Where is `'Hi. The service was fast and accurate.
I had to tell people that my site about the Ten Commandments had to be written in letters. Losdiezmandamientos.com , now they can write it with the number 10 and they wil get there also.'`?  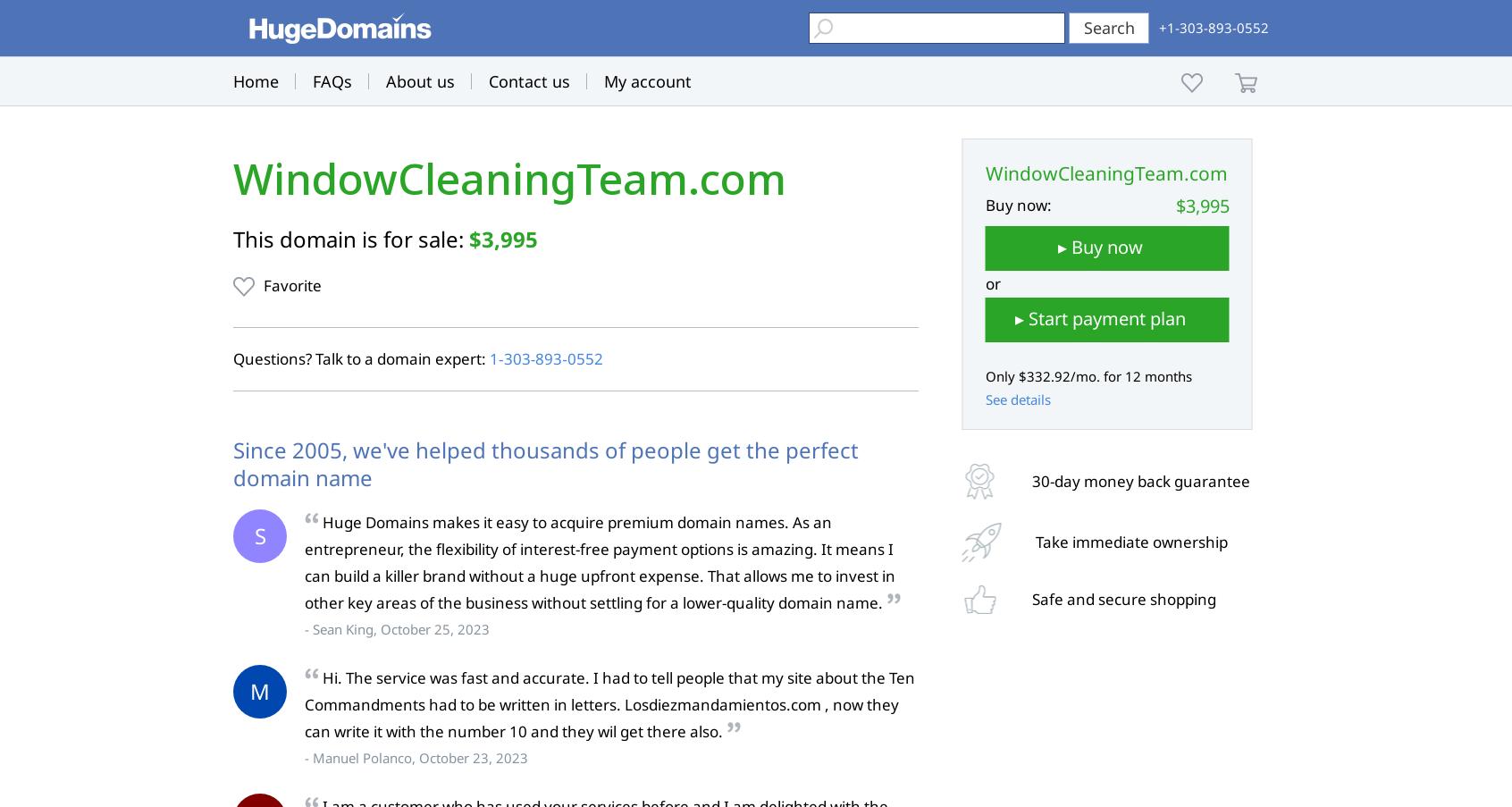
'Hi. The service was fast and accurate.
I had to tell people that my site about the Ten Commandments had to be written in letters. Losdiezmandamientos.com , now they can write it with the number 10 and they wil get there also.' is located at coordinates (303, 702).